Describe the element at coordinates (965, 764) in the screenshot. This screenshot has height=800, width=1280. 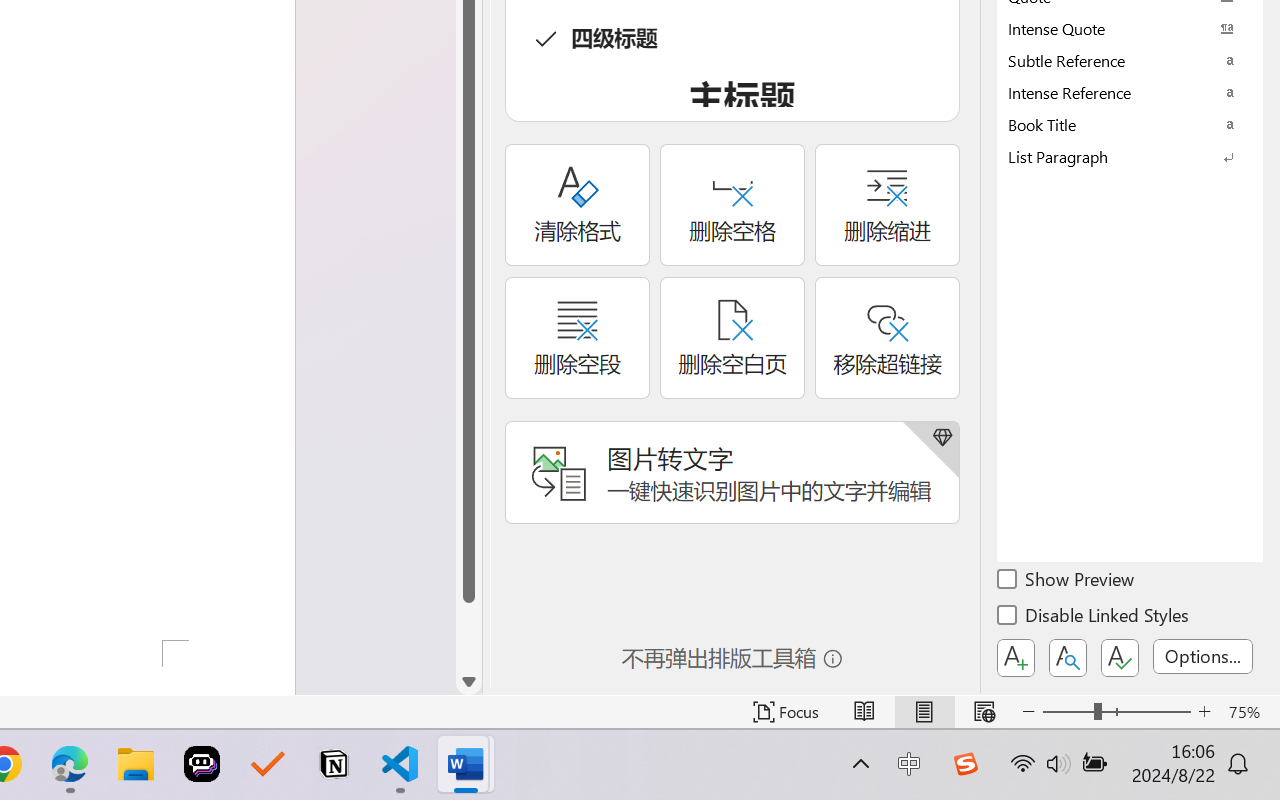
I see `'Class: Image'` at that location.